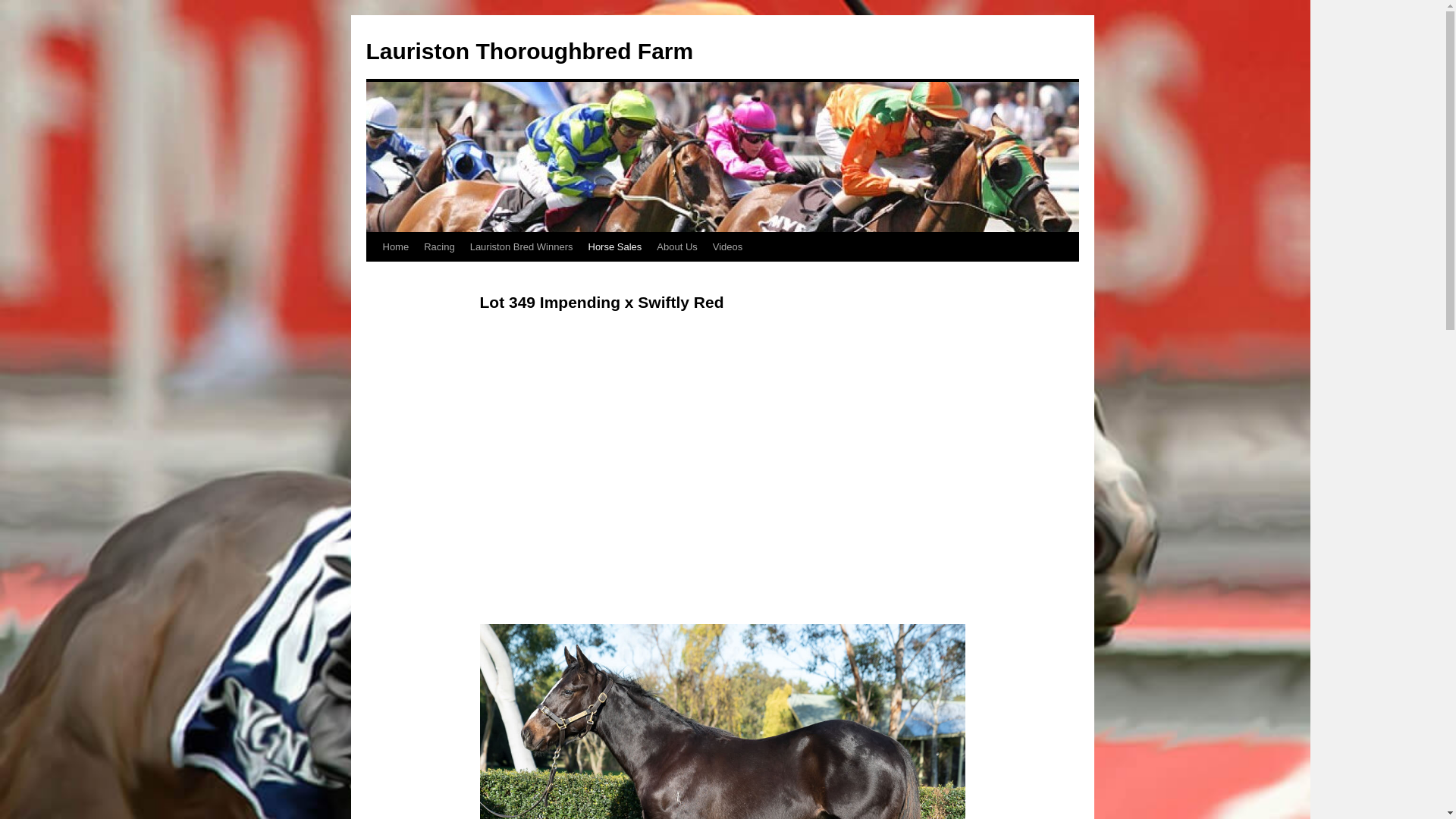 The image size is (1456, 819). What do you see at coordinates (615, 246) in the screenshot?
I see `'Horse Sales'` at bounding box center [615, 246].